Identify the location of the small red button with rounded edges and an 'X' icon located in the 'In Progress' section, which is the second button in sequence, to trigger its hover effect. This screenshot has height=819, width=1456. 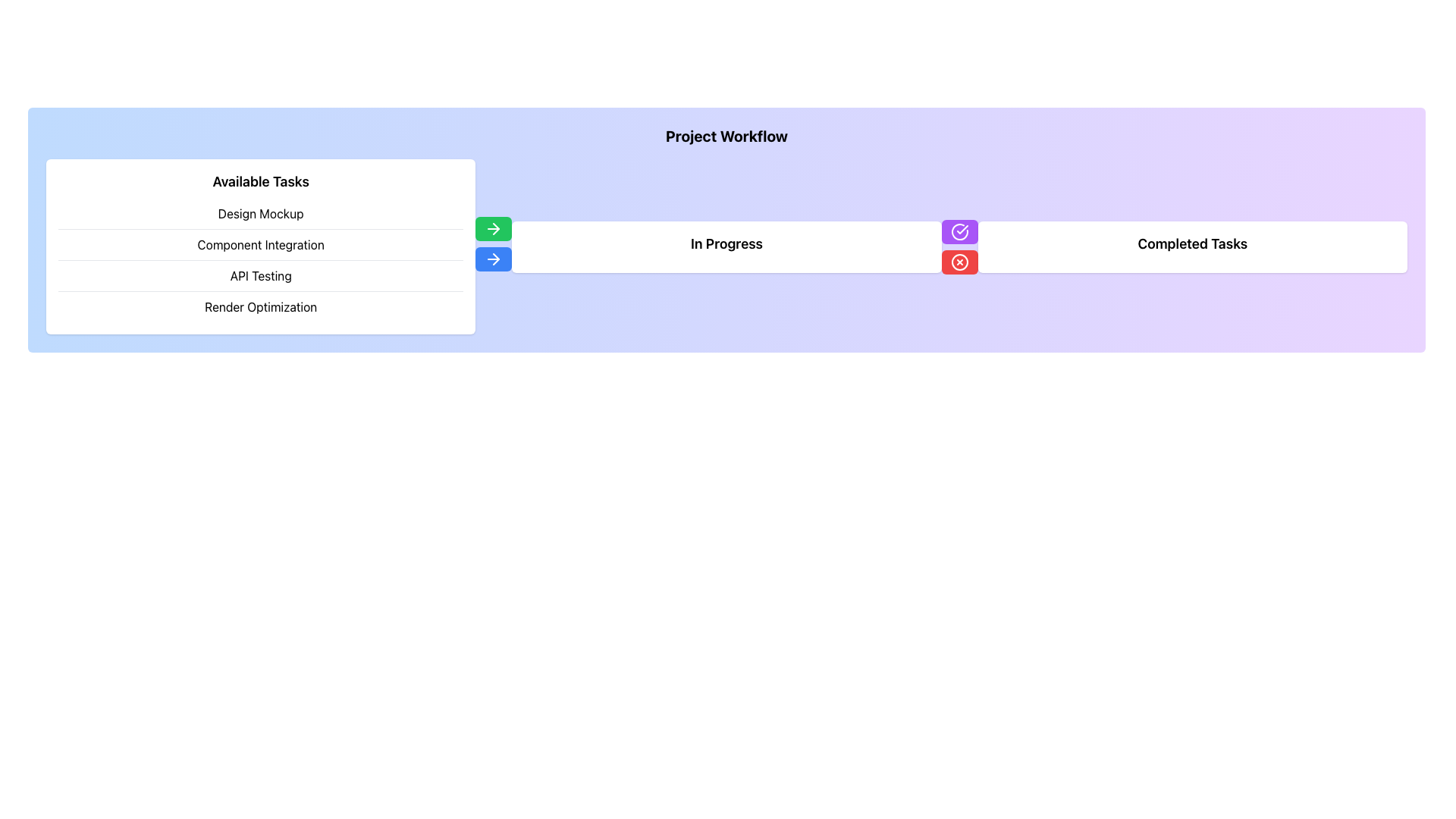
(959, 261).